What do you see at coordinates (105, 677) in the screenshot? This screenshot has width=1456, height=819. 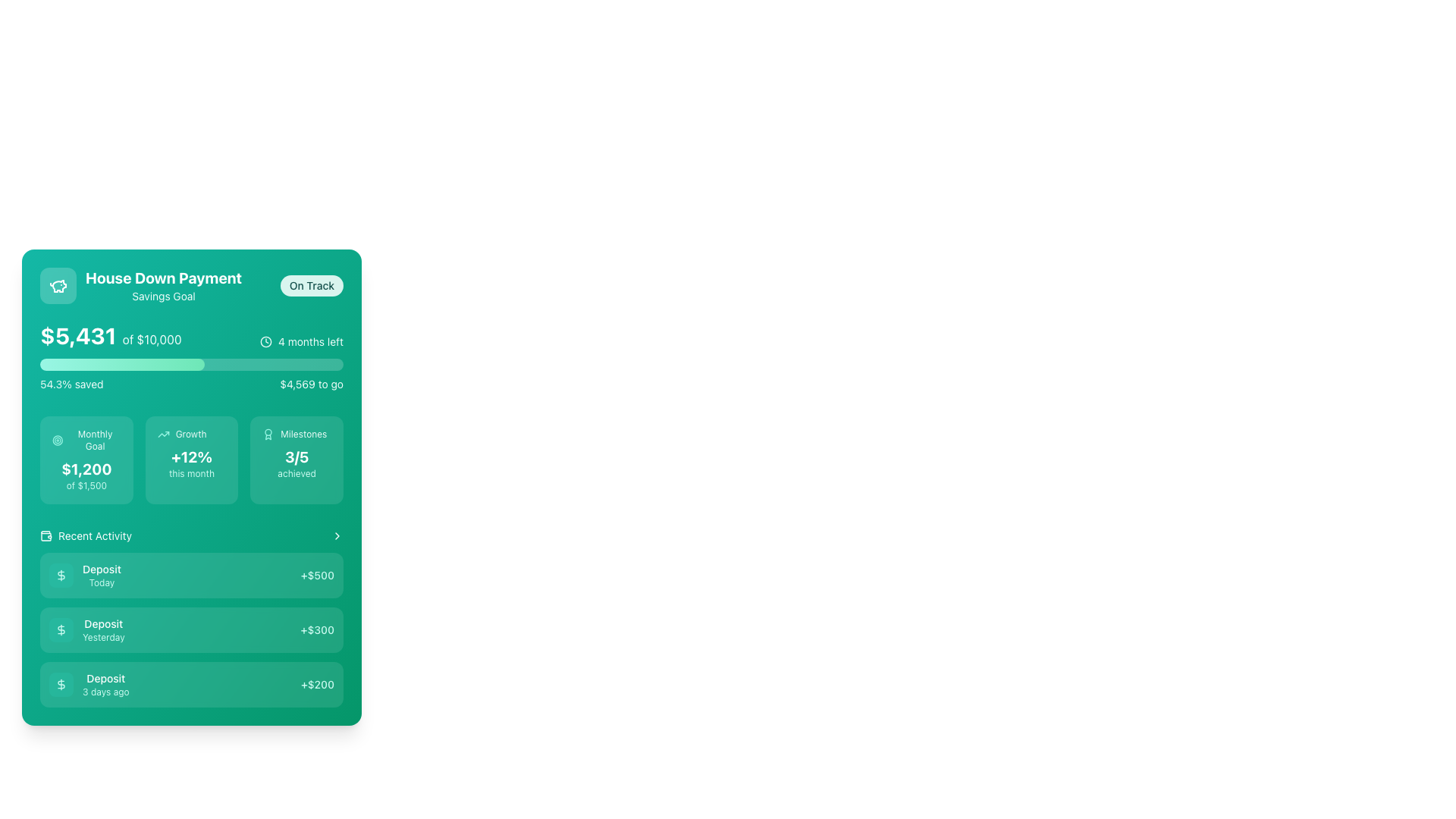 I see `the 'Deposit' text label, which is displayed in white on a teal background, located in the 'Recent Activity' section, above the '3 days ago' text` at bounding box center [105, 677].